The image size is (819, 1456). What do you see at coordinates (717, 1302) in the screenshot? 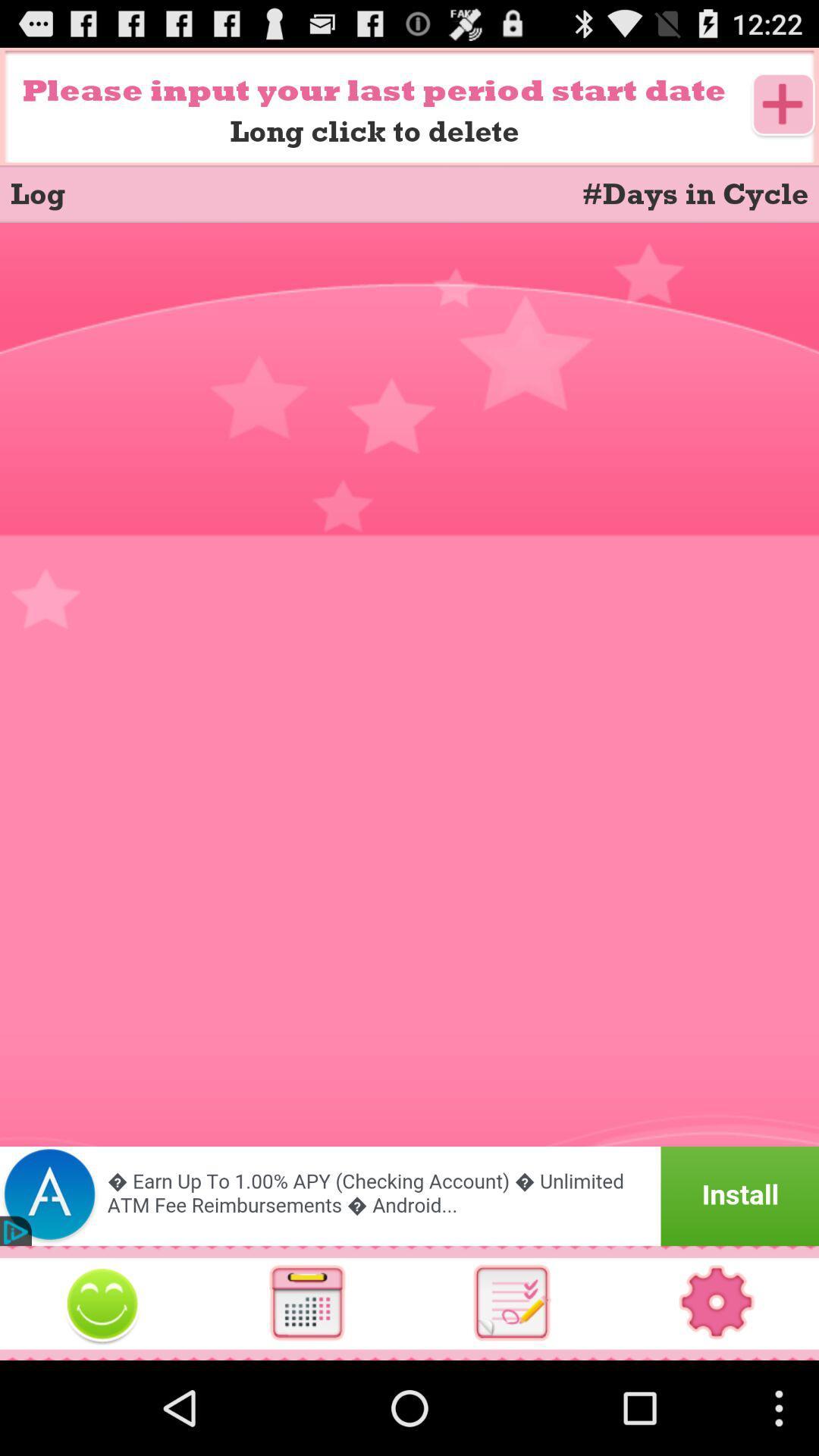
I see `open settings` at bounding box center [717, 1302].